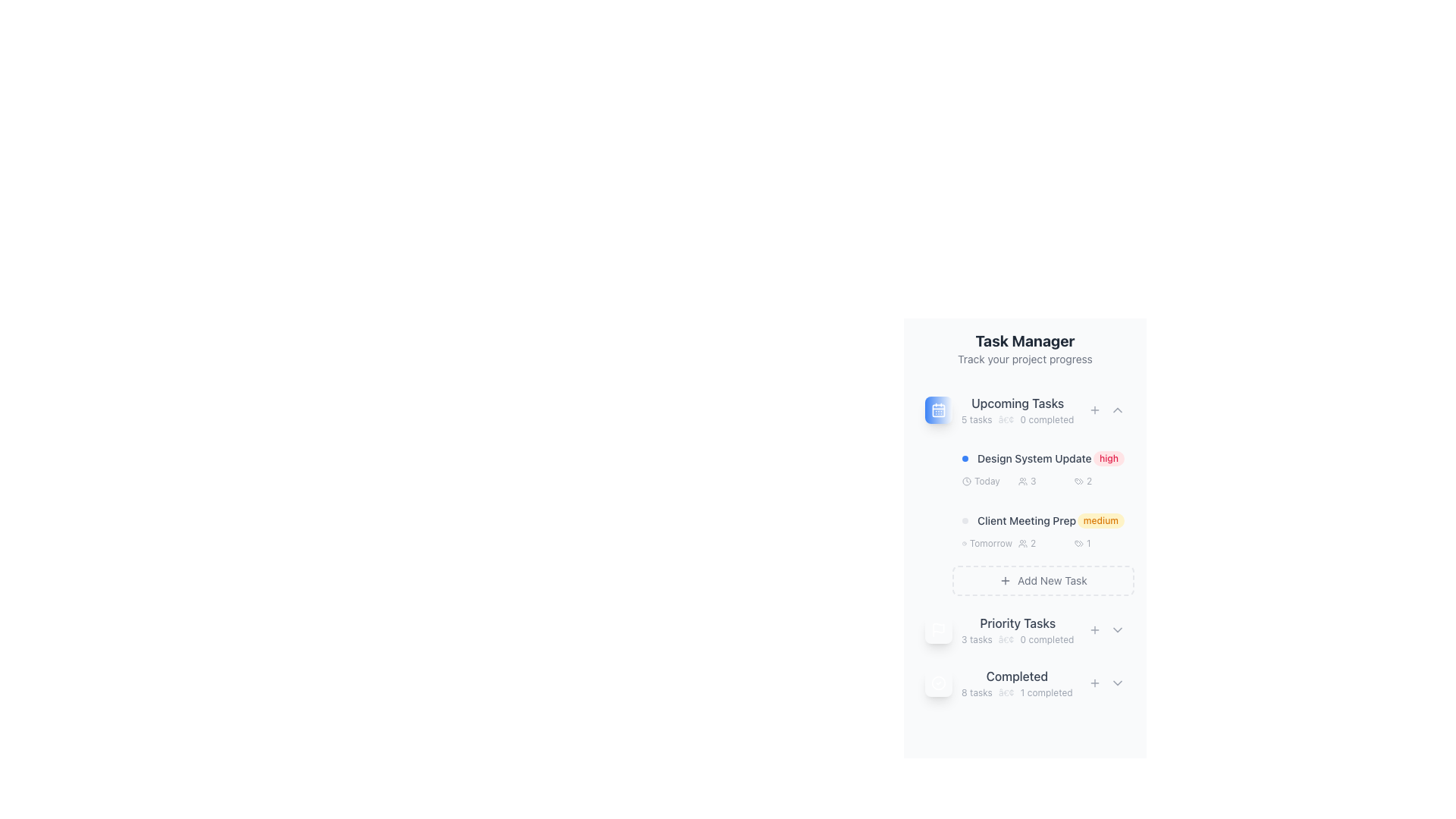  What do you see at coordinates (1095, 409) in the screenshot?
I see `the 'Add New Task' button located in the 'Upcoming Tasks' section` at bounding box center [1095, 409].